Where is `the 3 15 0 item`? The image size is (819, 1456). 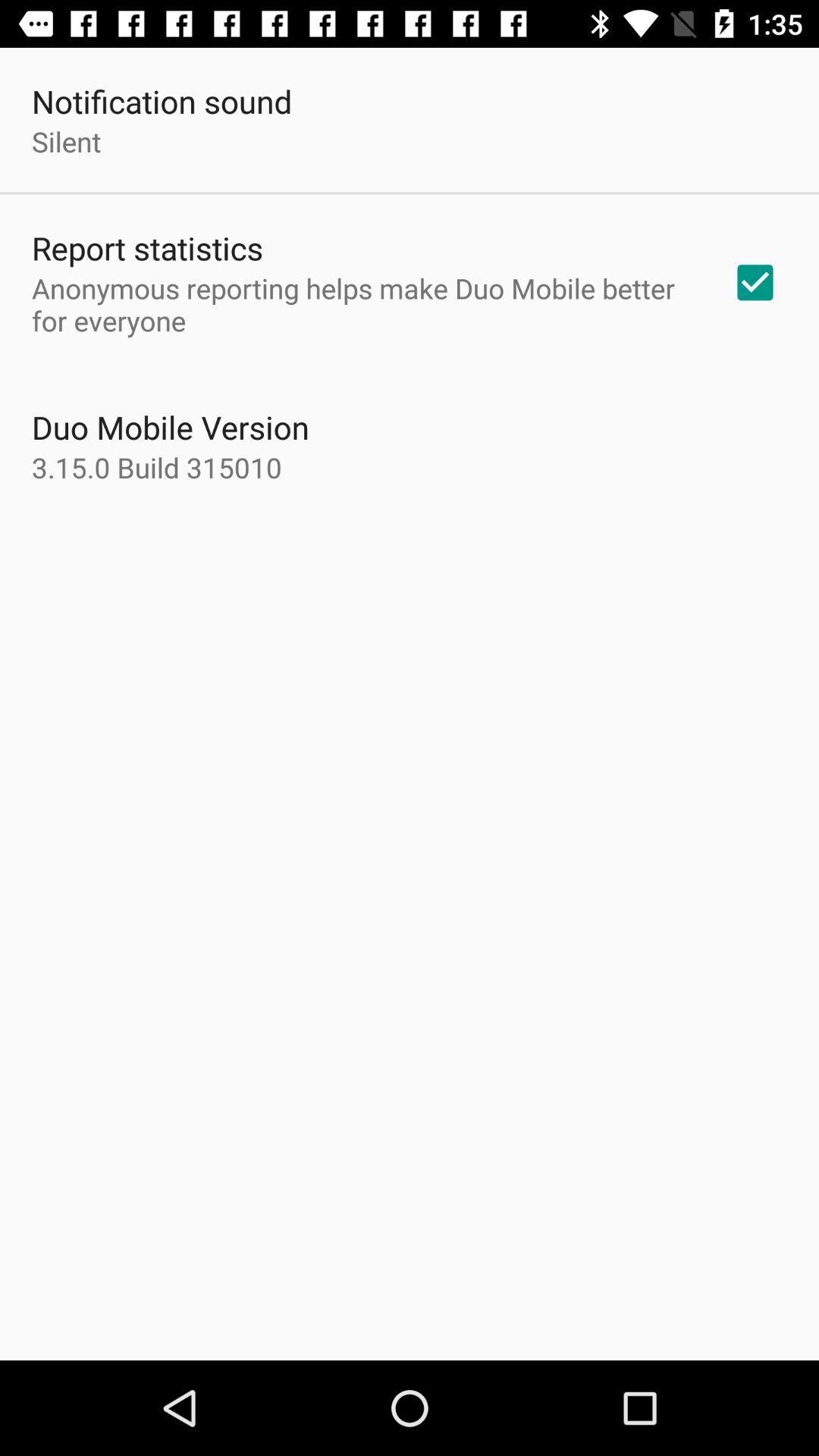
the 3 15 0 item is located at coordinates (157, 466).